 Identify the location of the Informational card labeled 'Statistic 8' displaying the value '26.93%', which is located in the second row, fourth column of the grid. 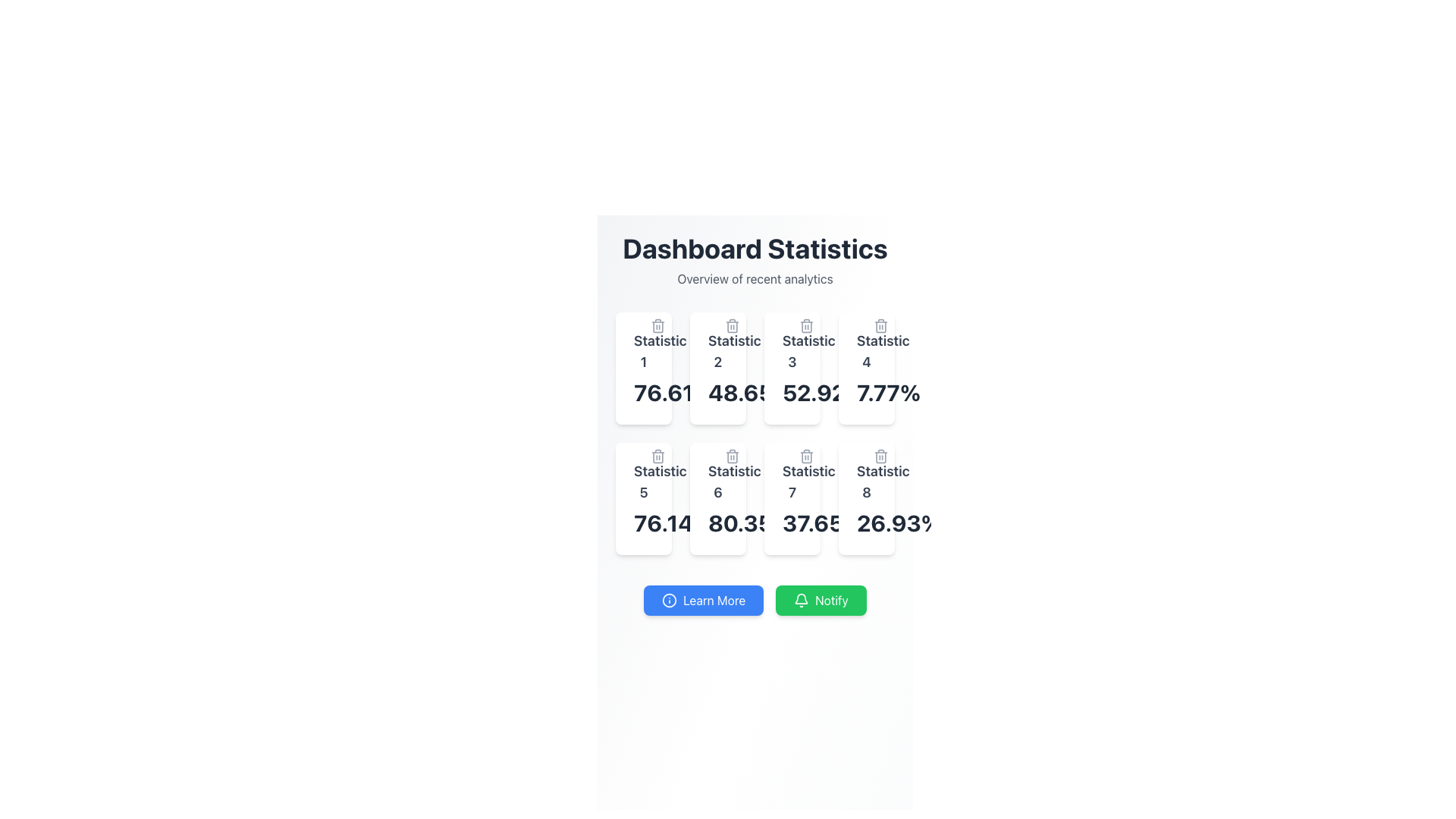
(866, 499).